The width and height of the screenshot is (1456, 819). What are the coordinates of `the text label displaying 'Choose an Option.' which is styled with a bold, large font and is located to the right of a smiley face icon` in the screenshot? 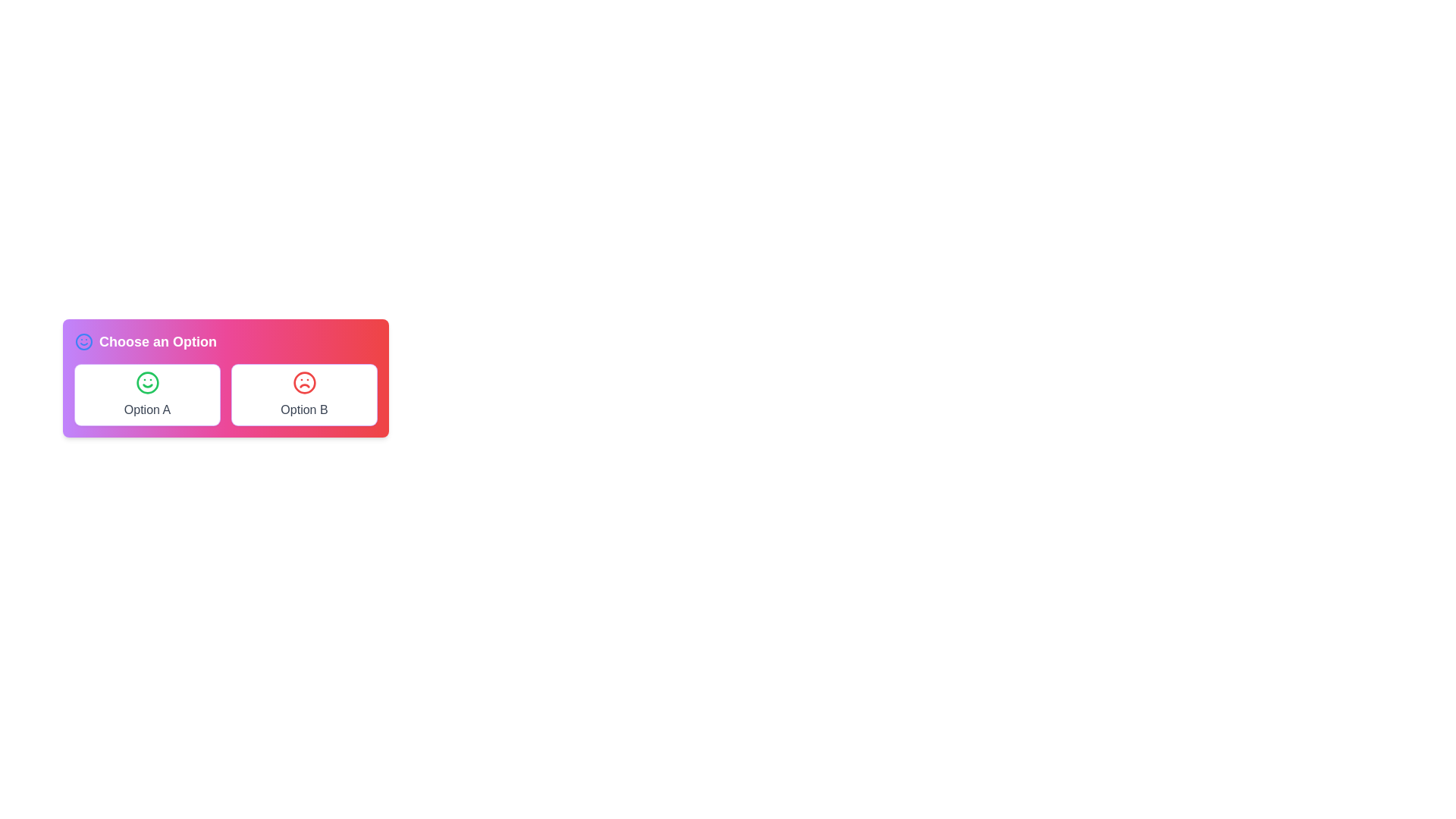 It's located at (158, 342).